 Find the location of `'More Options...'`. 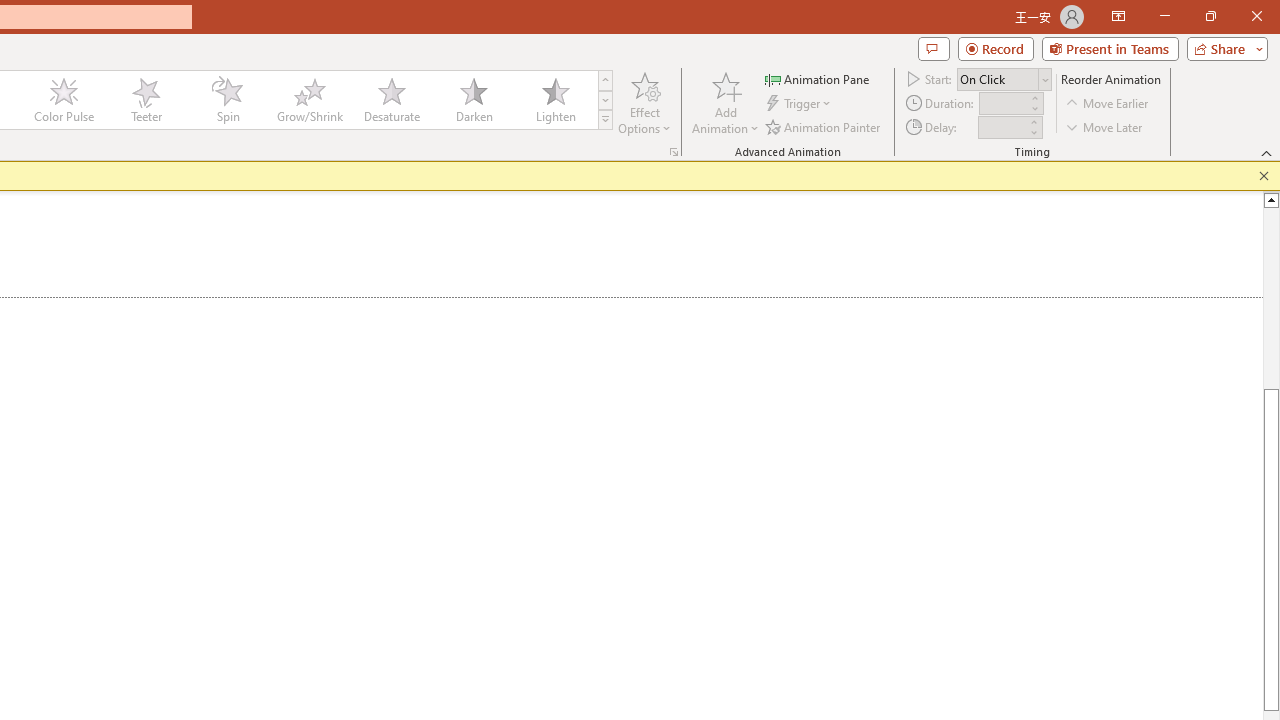

'More Options...' is located at coordinates (673, 150).